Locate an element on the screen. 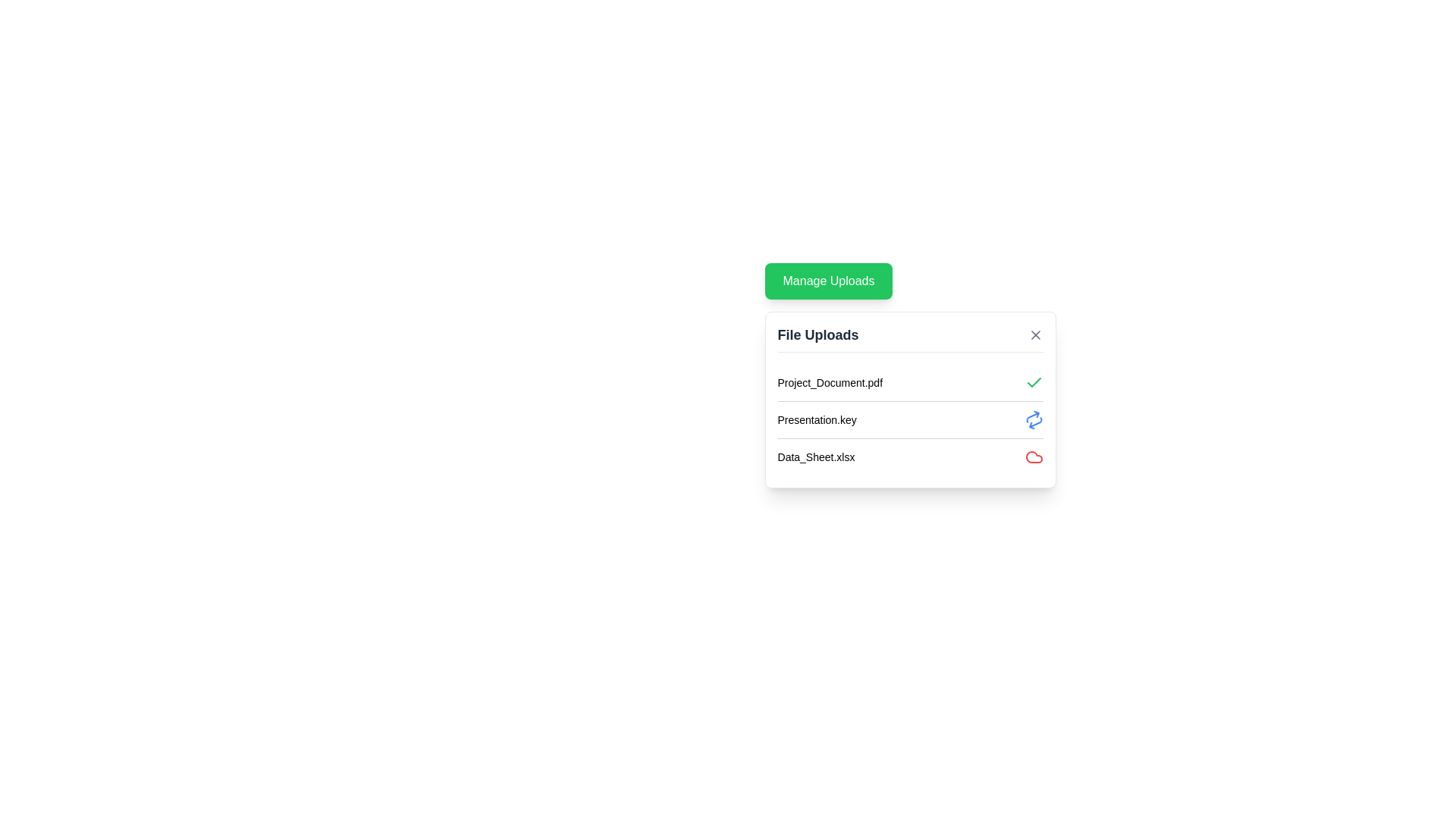  the confirmation icon for the first file 'Project_Document.pdf' within the 'Manage Uploads' modal, which visually indicates a successful action is located at coordinates (1033, 381).